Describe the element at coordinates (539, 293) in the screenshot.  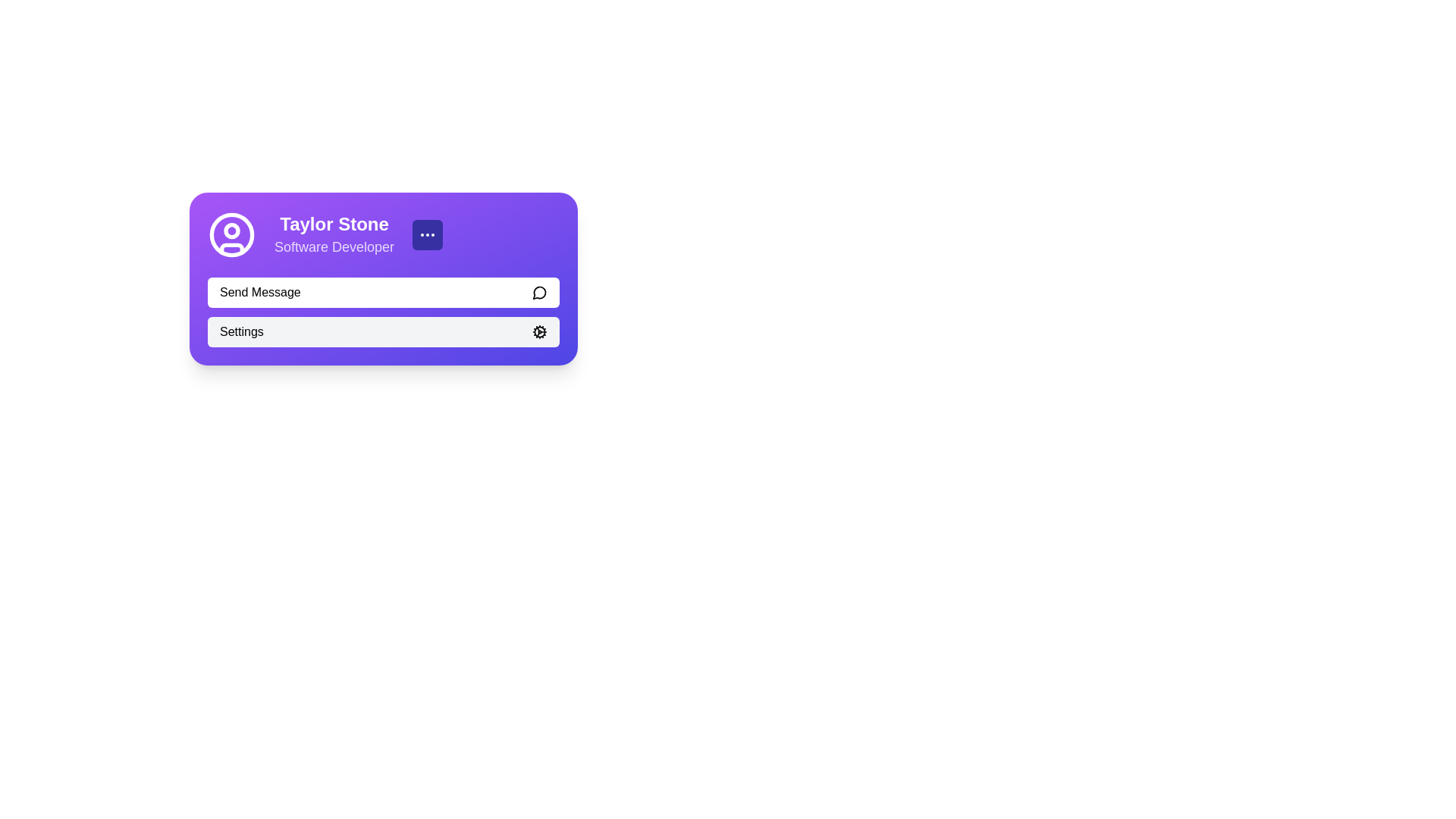
I see `the SVG-based visual icon element located in the top-right corner of the card-like interface, which represents a message or communication-related function` at that location.